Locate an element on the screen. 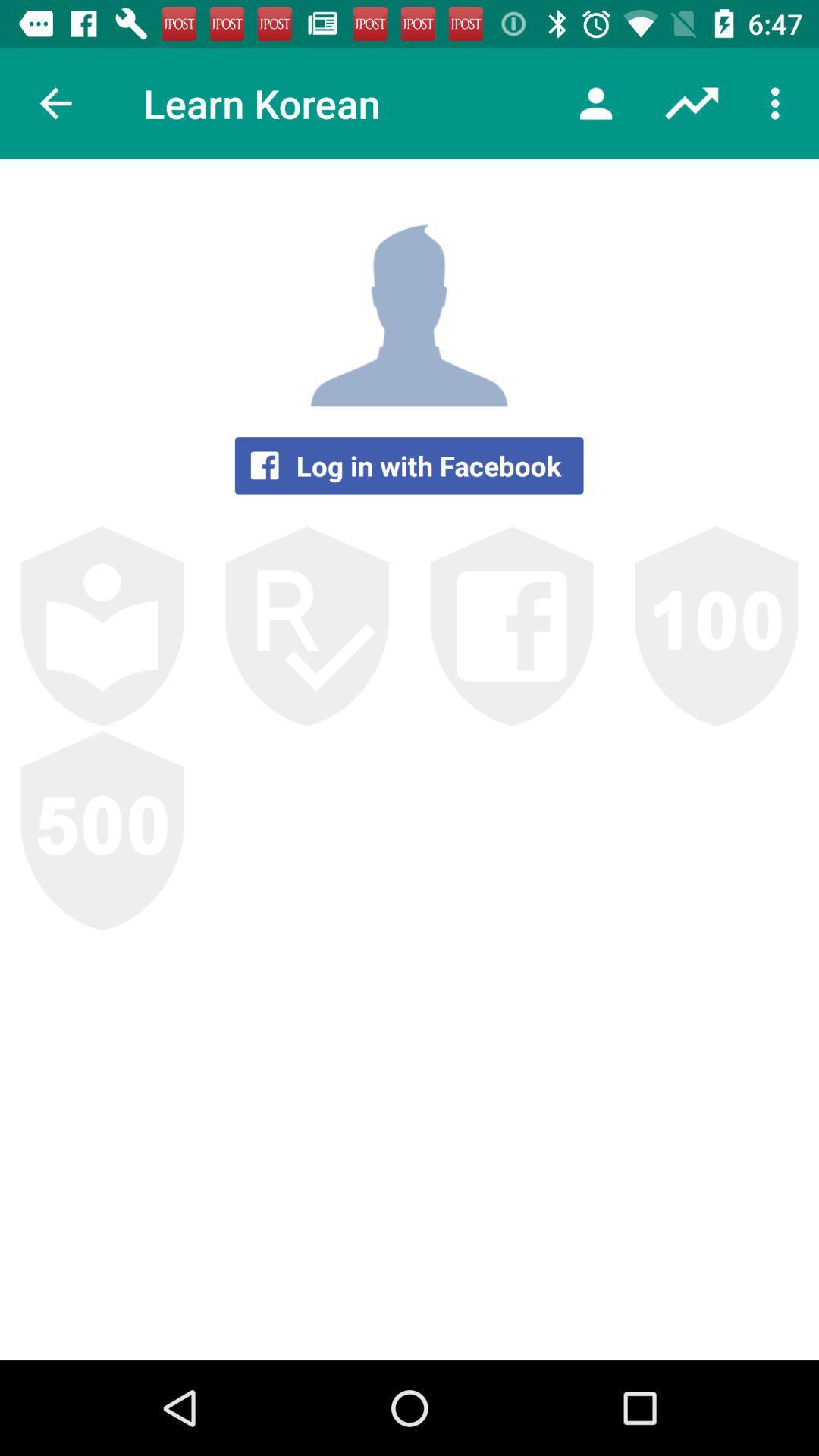 The image size is (819, 1456). the log in with is located at coordinates (408, 465).